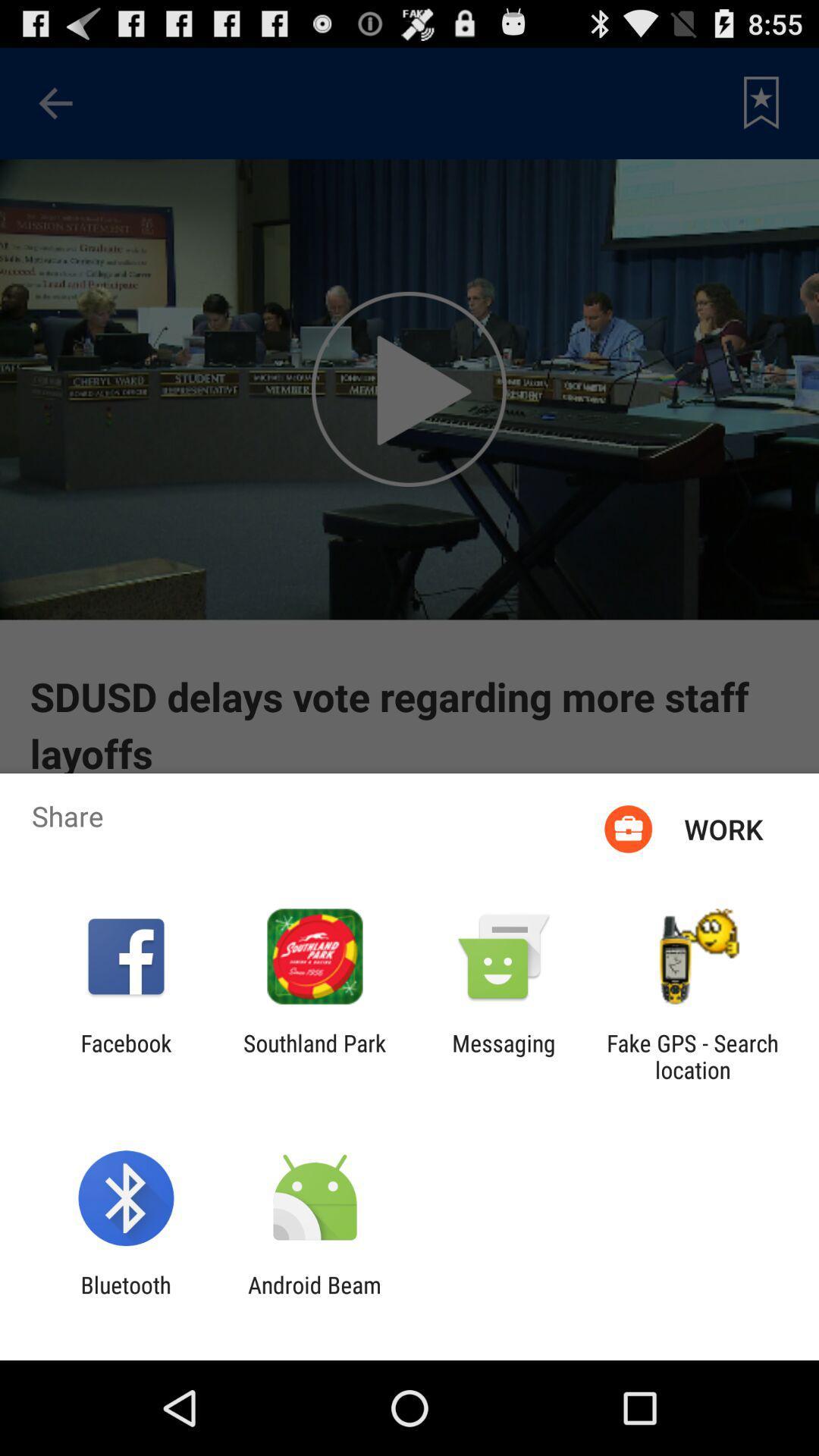 This screenshot has height=1456, width=819. Describe the element at coordinates (692, 1056) in the screenshot. I see `the fake gps search app` at that location.